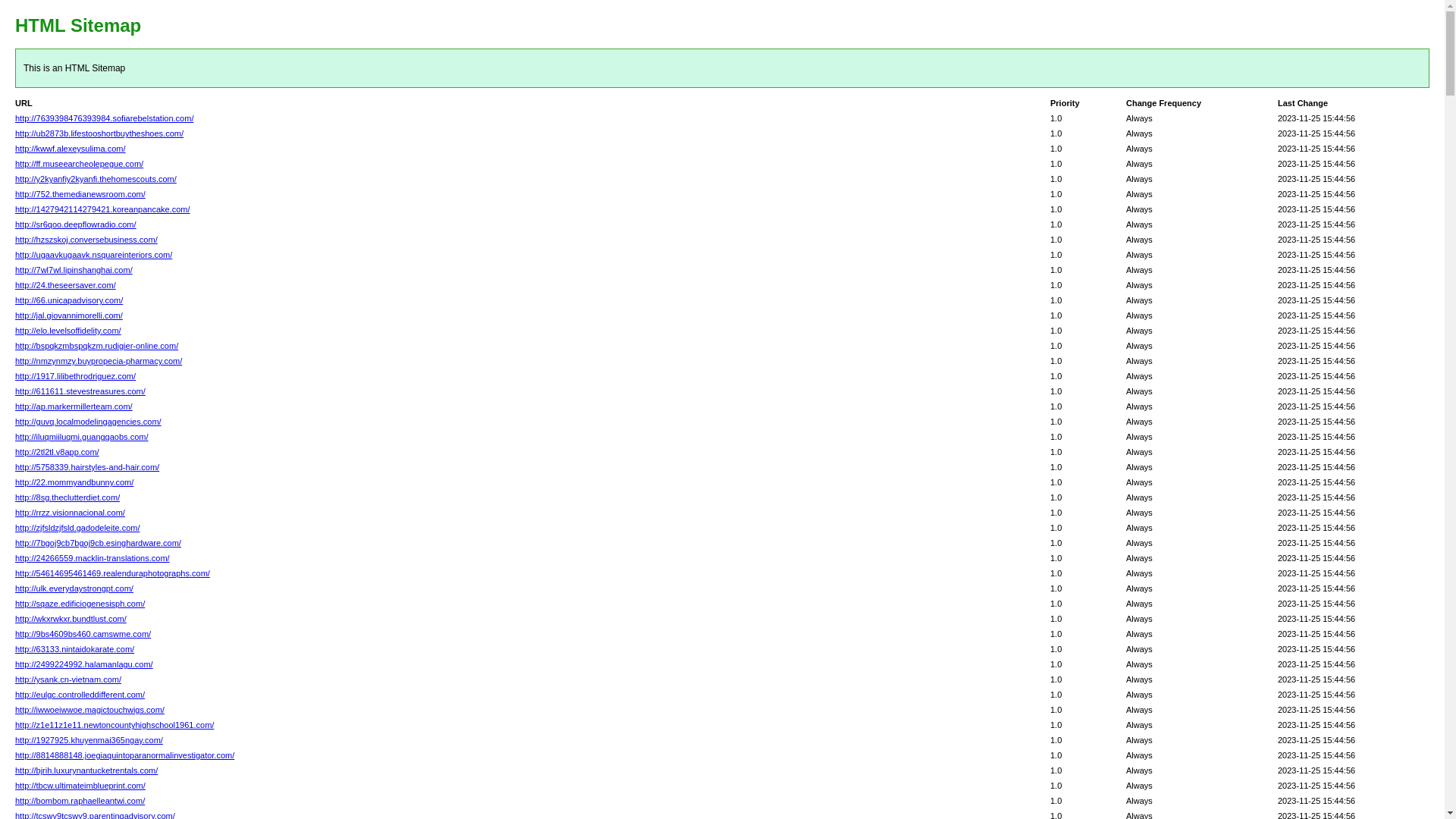 The height and width of the screenshot is (819, 1456). What do you see at coordinates (91, 558) in the screenshot?
I see `'http://24266559.macklin-translations.com/'` at bounding box center [91, 558].